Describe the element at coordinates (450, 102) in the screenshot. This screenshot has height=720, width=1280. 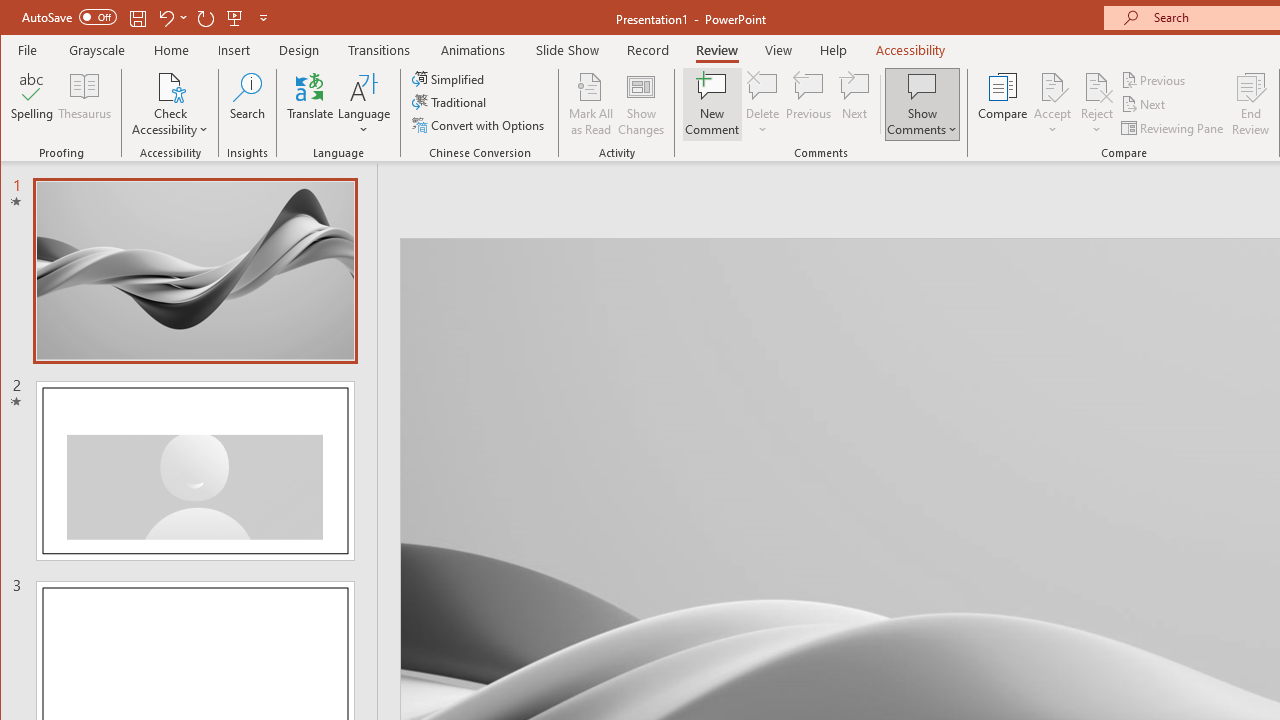
I see `'Traditional'` at that location.